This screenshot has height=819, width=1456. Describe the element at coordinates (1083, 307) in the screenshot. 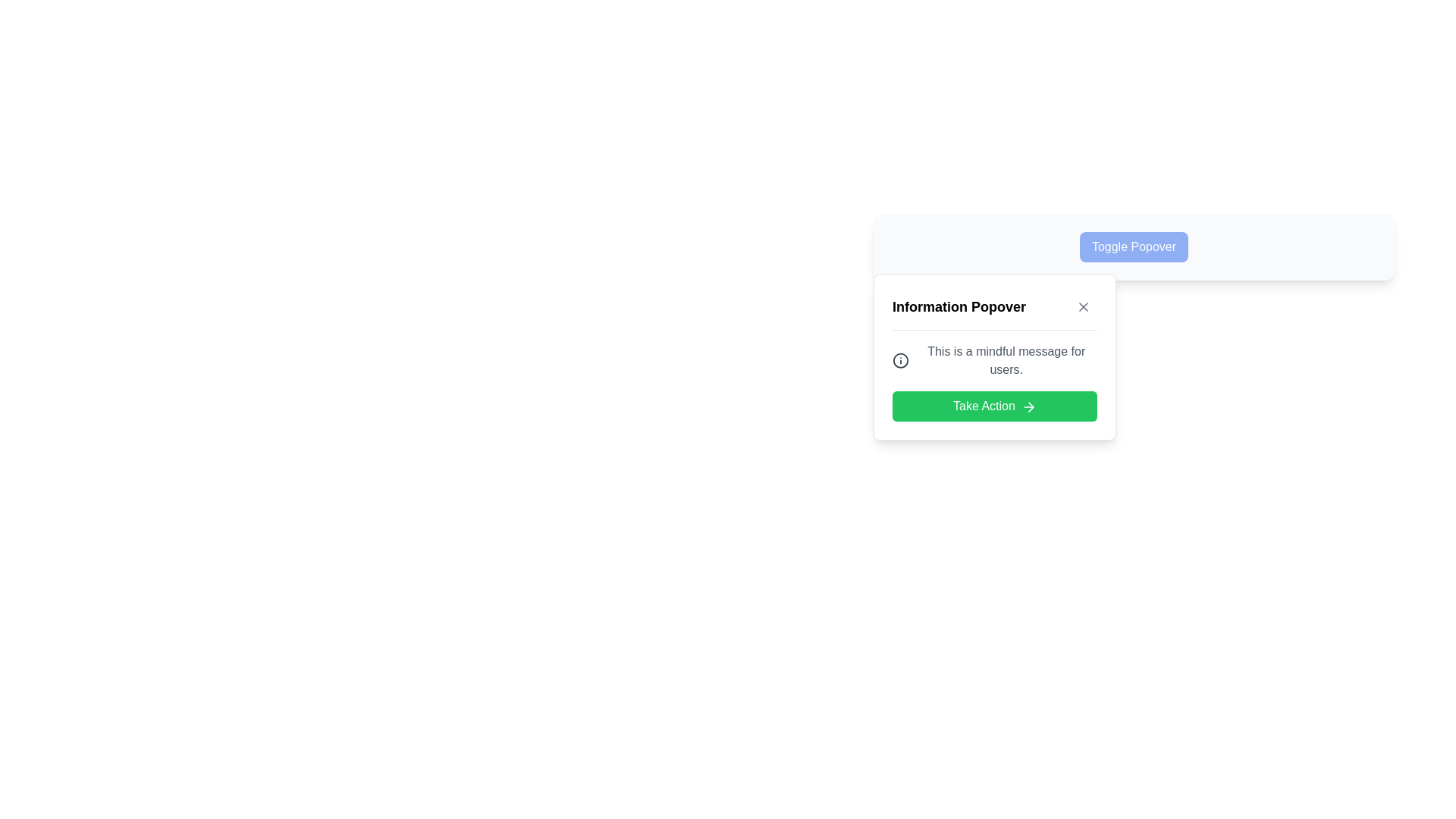

I see `the dismiss button represented by an 'X' icon located at the upper-right corner of the Information Popover` at that location.